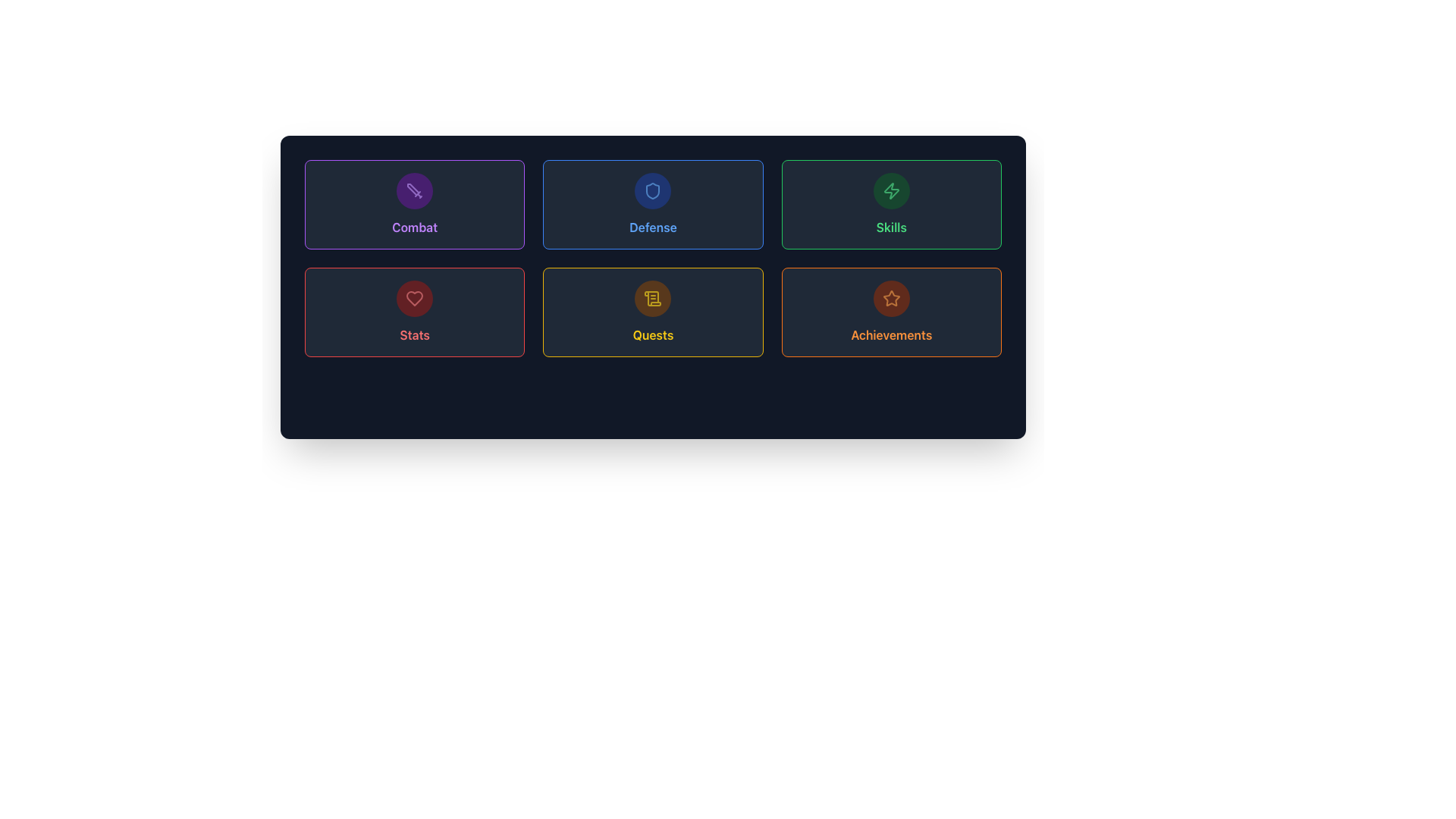 The width and height of the screenshot is (1456, 819). Describe the element at coordinates (653, 298) in the screenshot. I see `the Circular Button with Icon in the 'Quests' section for keyboard interactions` at that location.